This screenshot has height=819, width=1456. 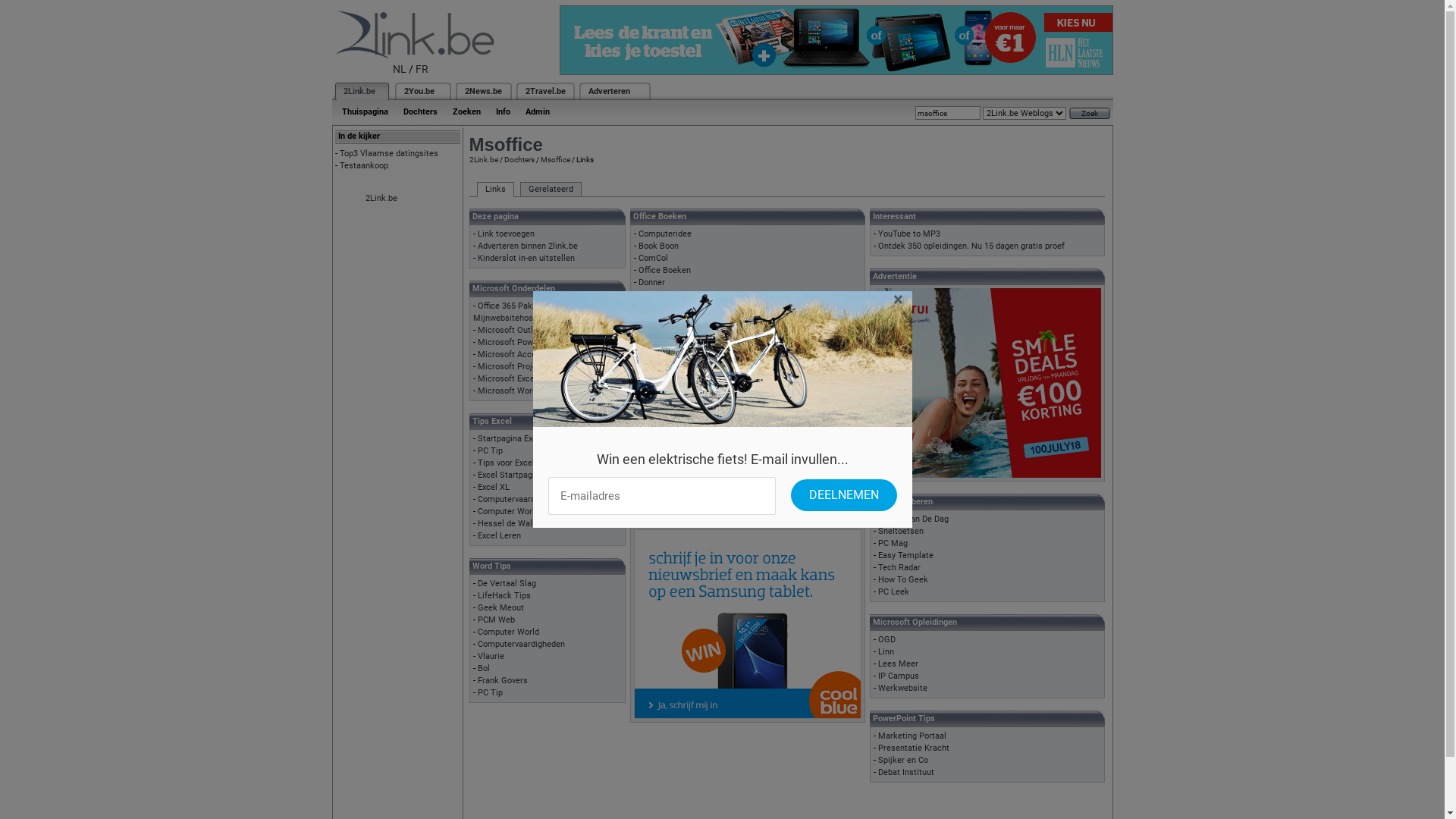 What do you see at coordinates (508, 522) in the screenshot?
I see `'Hessel de Walle'` at bounding box center [508, 522].